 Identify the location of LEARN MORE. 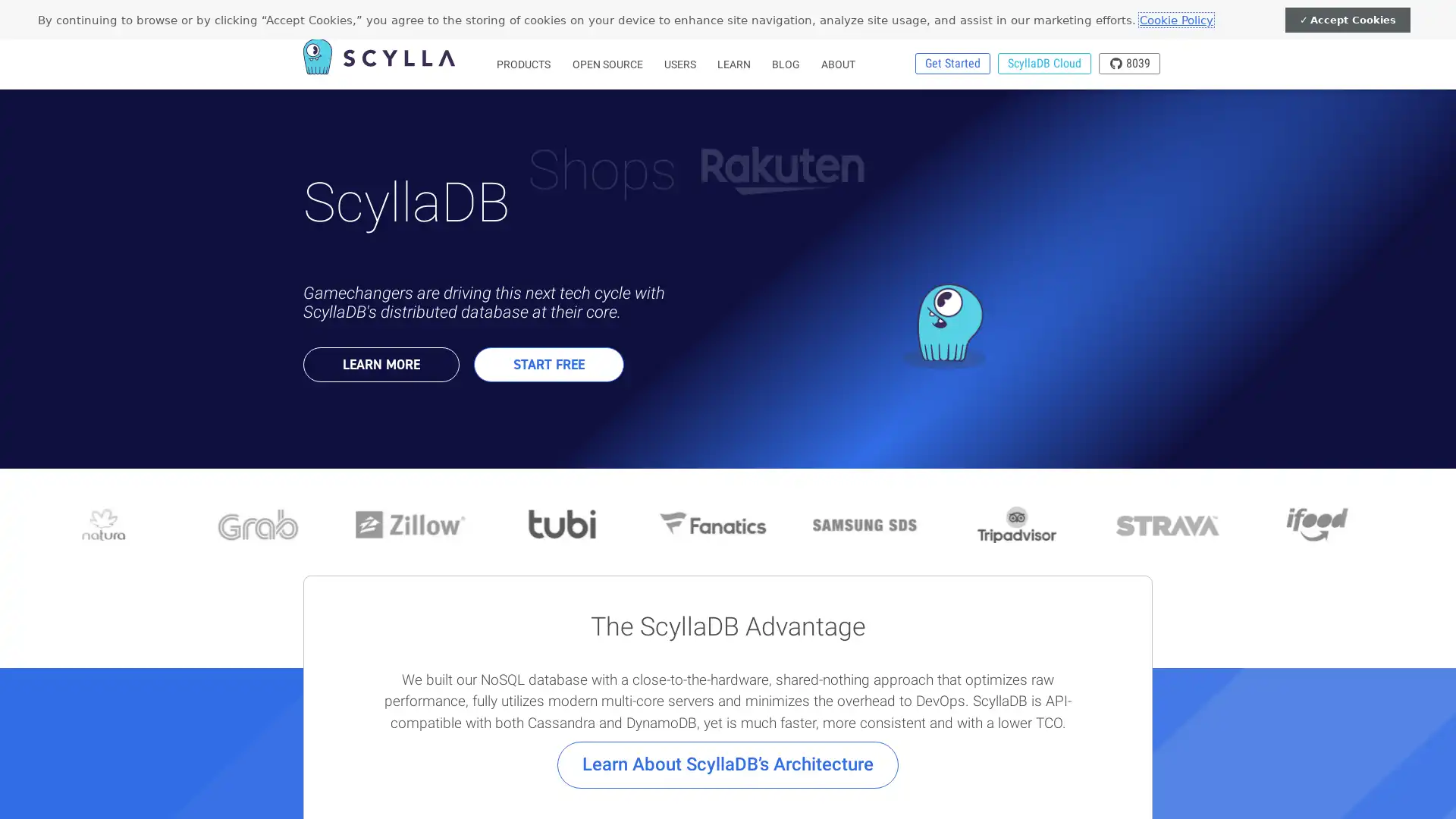
(381, 364).